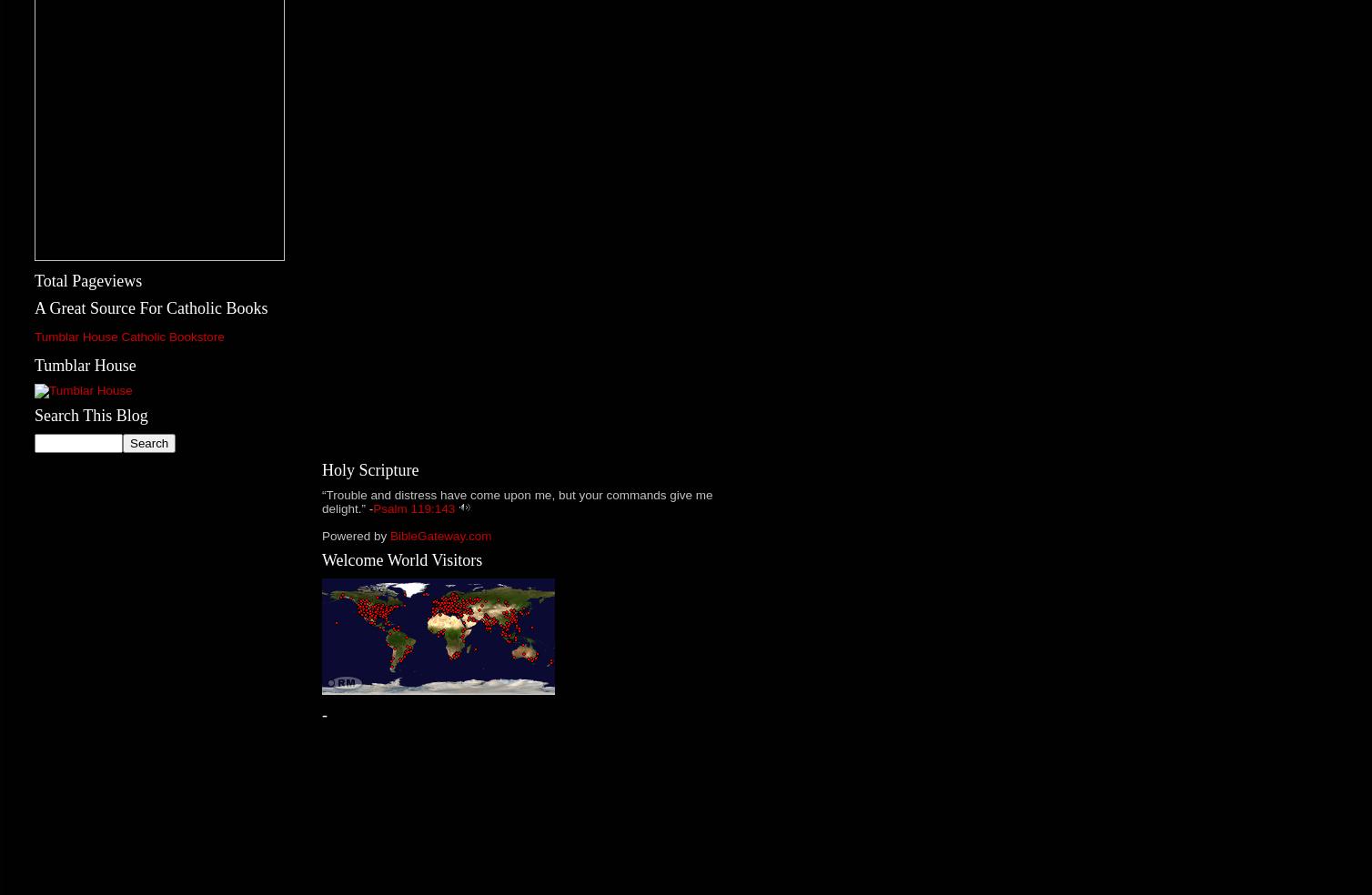  Describe the element at coordinates (370, 468) in the screenshot. I see `'Holy Scripture'` at that location.